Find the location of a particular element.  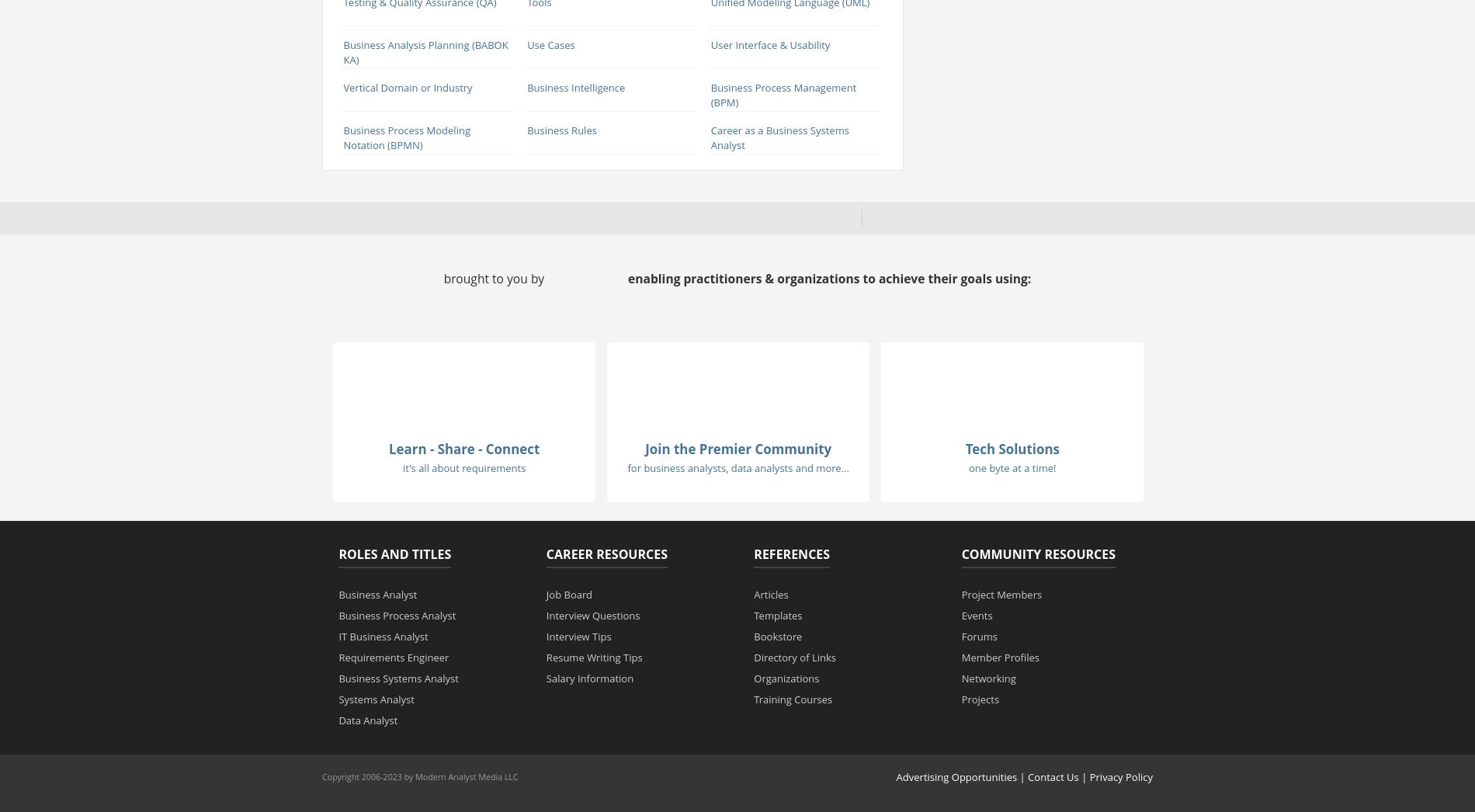

'Systems Analyst' is located at coordinates (376, 698).